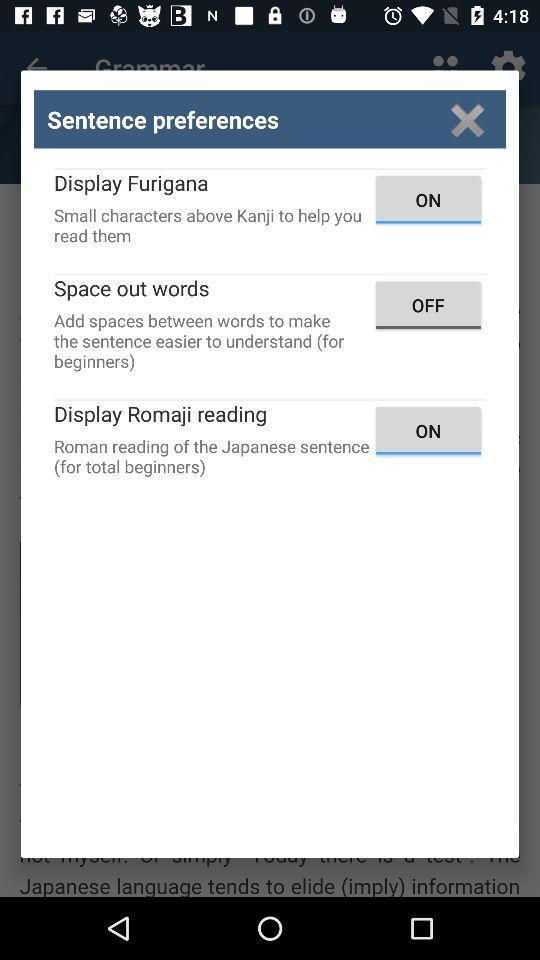 The width and height of the screenshot is (540, 960). What do you see at coordinates (467, 120) in the screenshot?
I see `deselect sentence preferences` at bounding box center [467, 120].